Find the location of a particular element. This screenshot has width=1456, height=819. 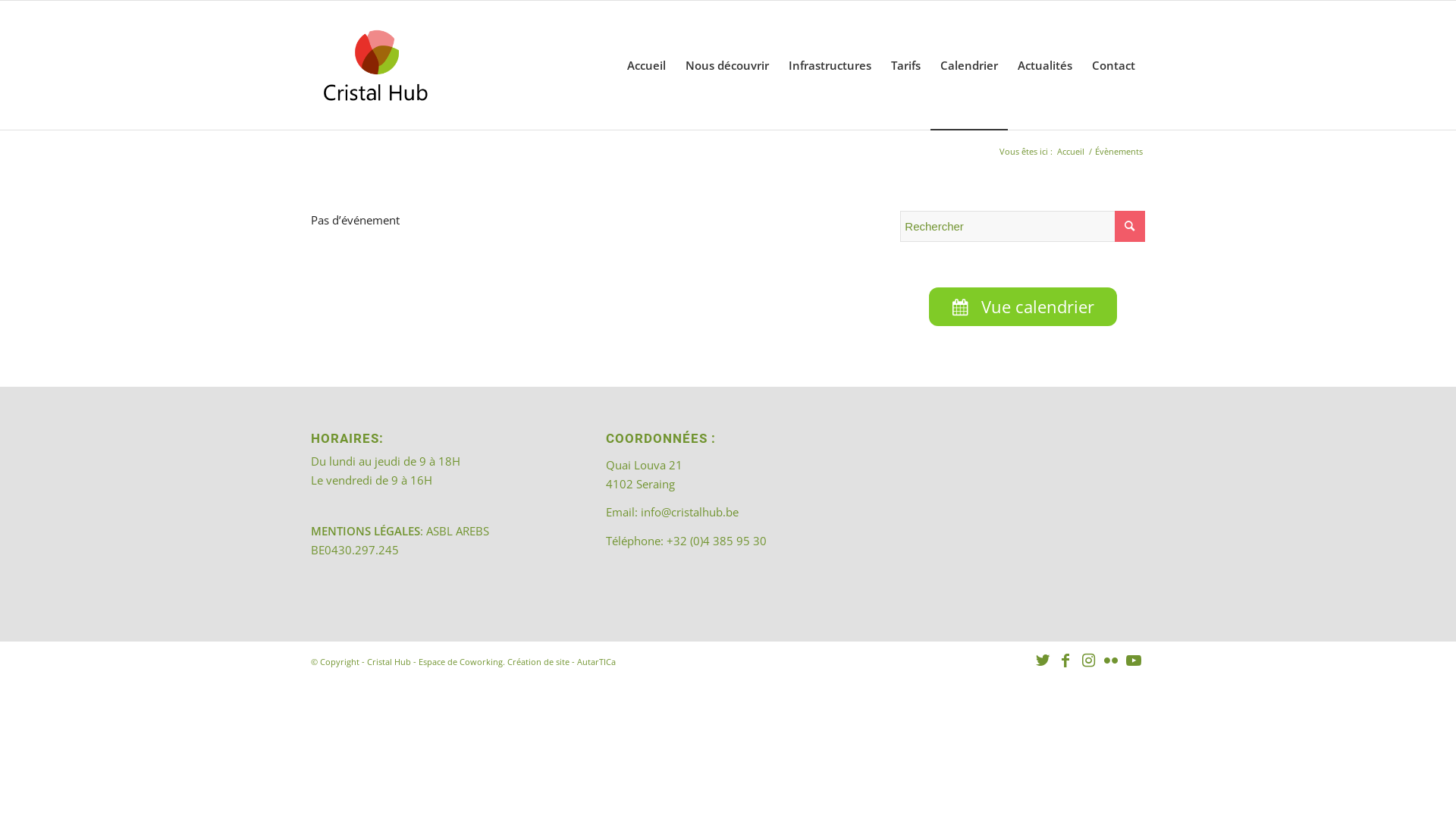

'Instagram' is located at coordinates (1087, 660).